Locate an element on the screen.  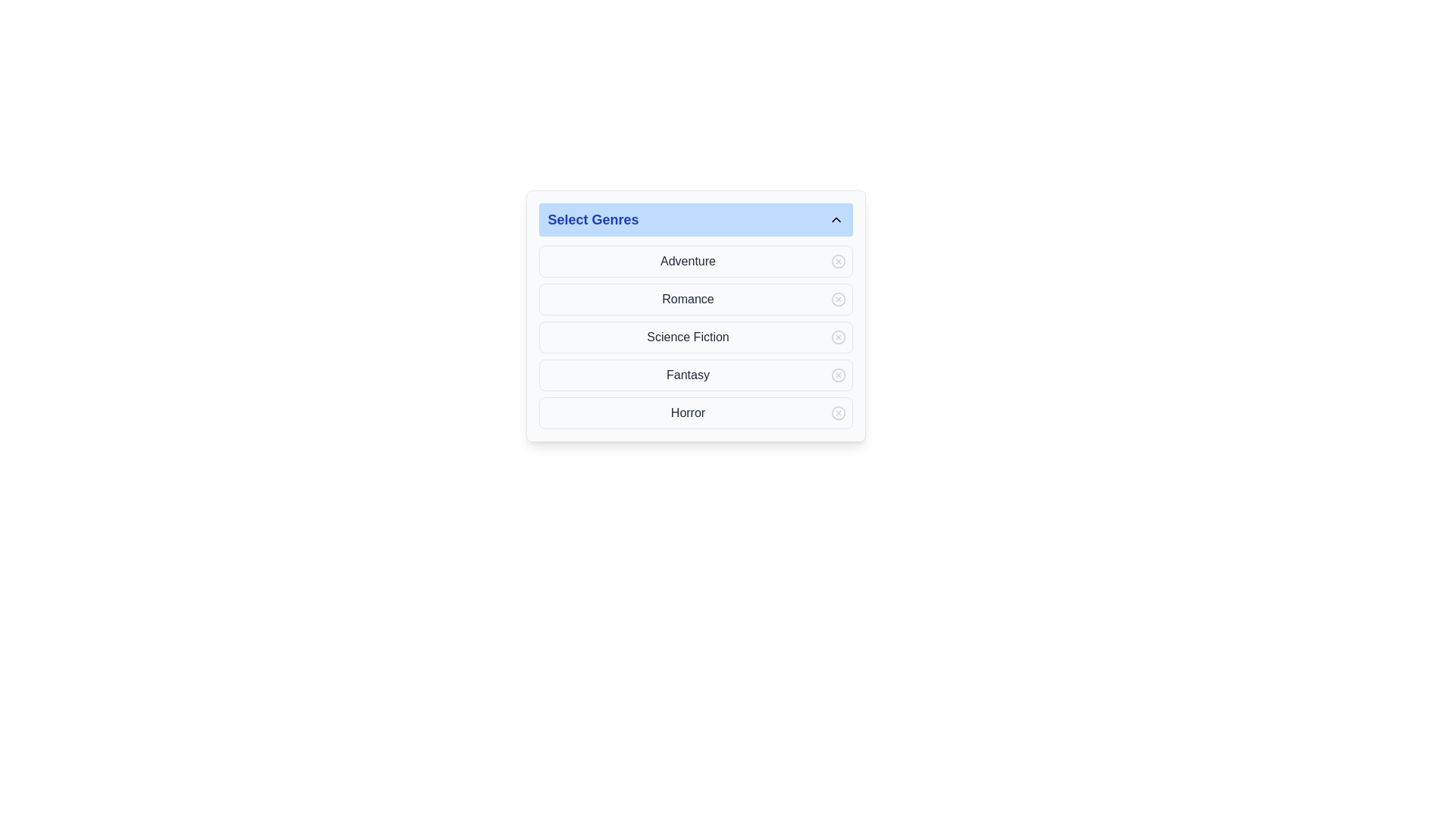
the arrow icon located on the right end of the blue header bar labeled 'Select Genres' is located at coordinates (835, 219).